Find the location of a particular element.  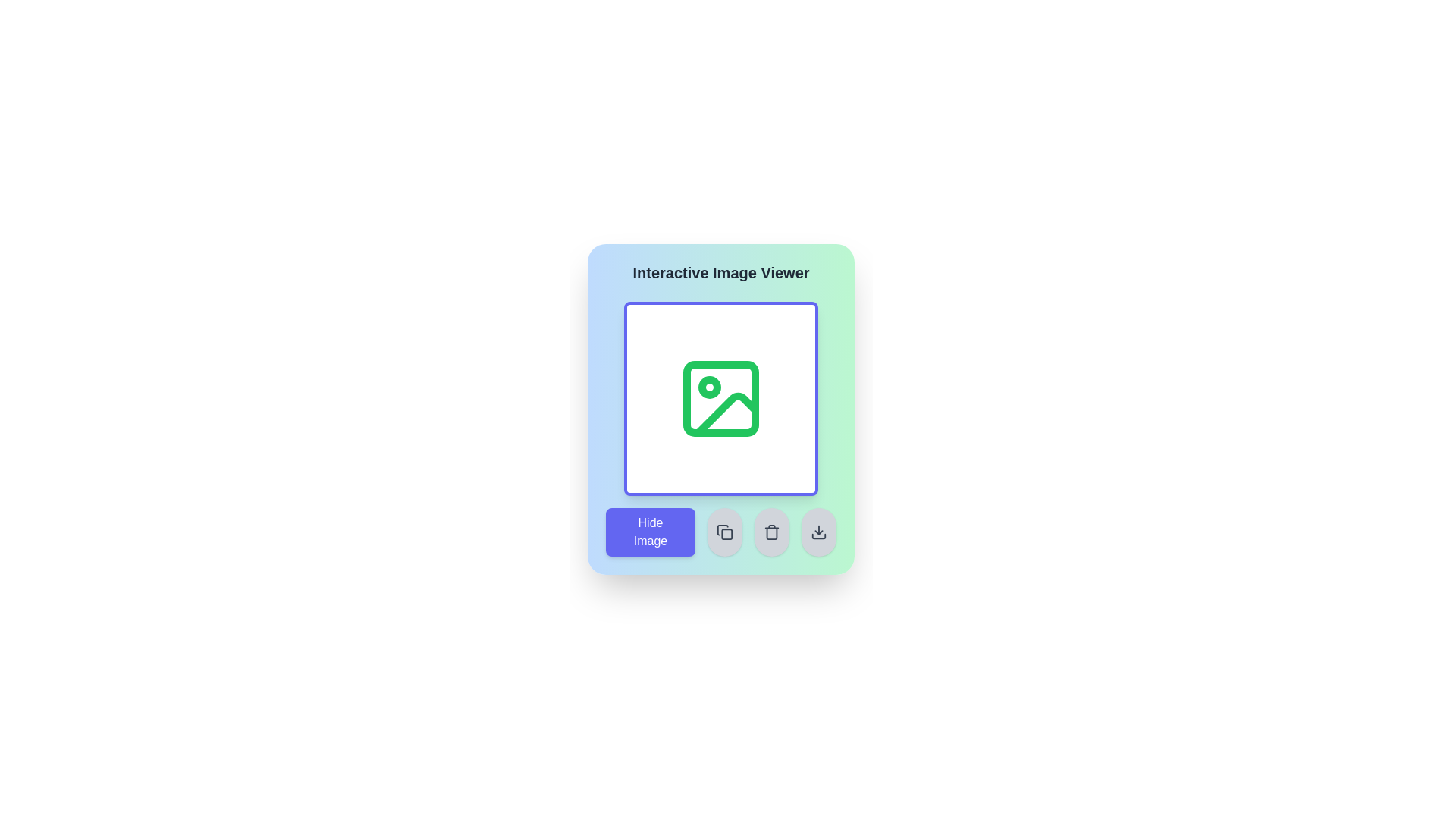

the trash button to delete the displayed image is located at coordinates (771, 532).